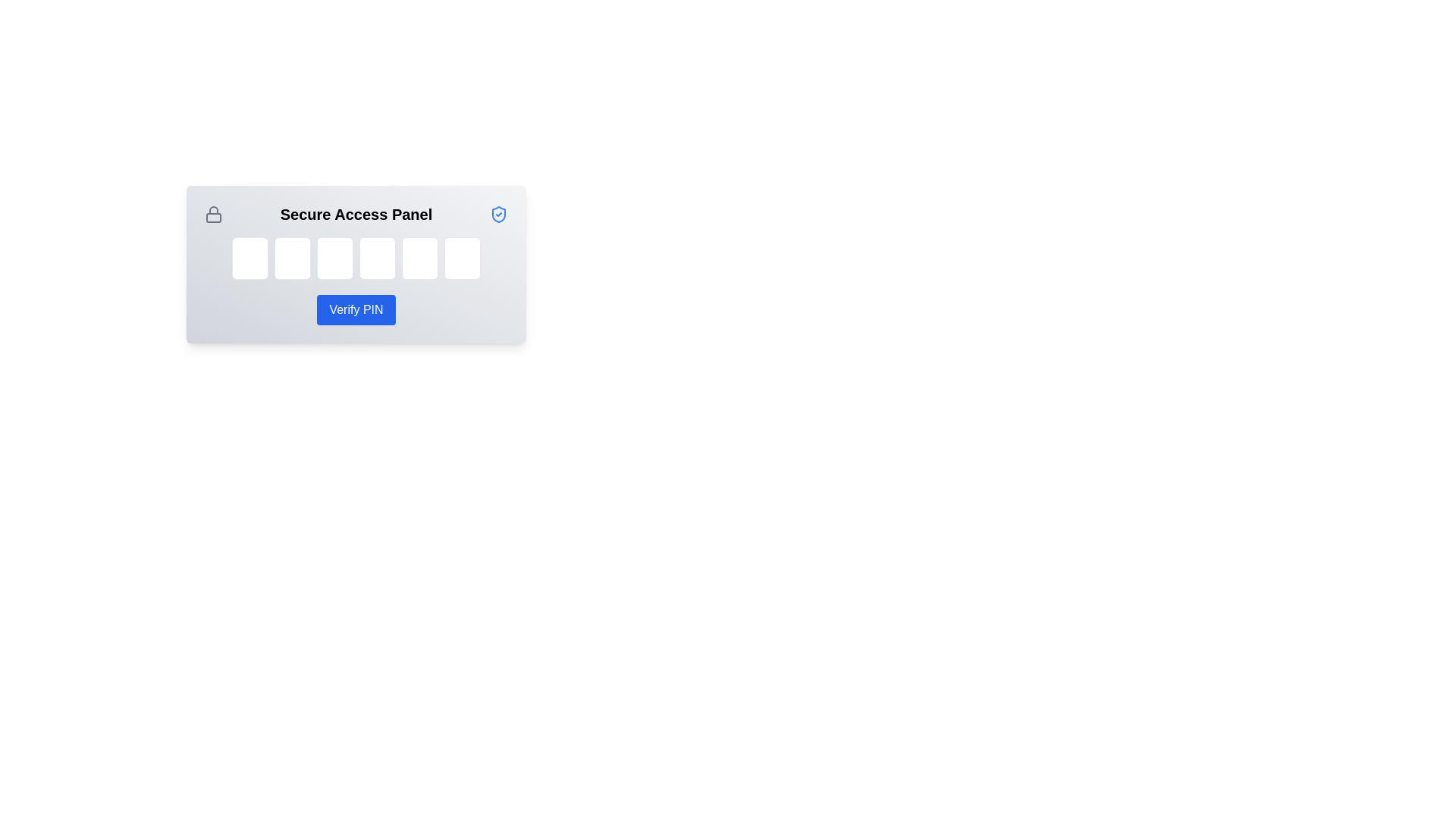  Describe the element at coordinates (378, 257) in the screenshot. I see `the fourth password input field in the 'Secure Access Panel' to focus the input` at that location.